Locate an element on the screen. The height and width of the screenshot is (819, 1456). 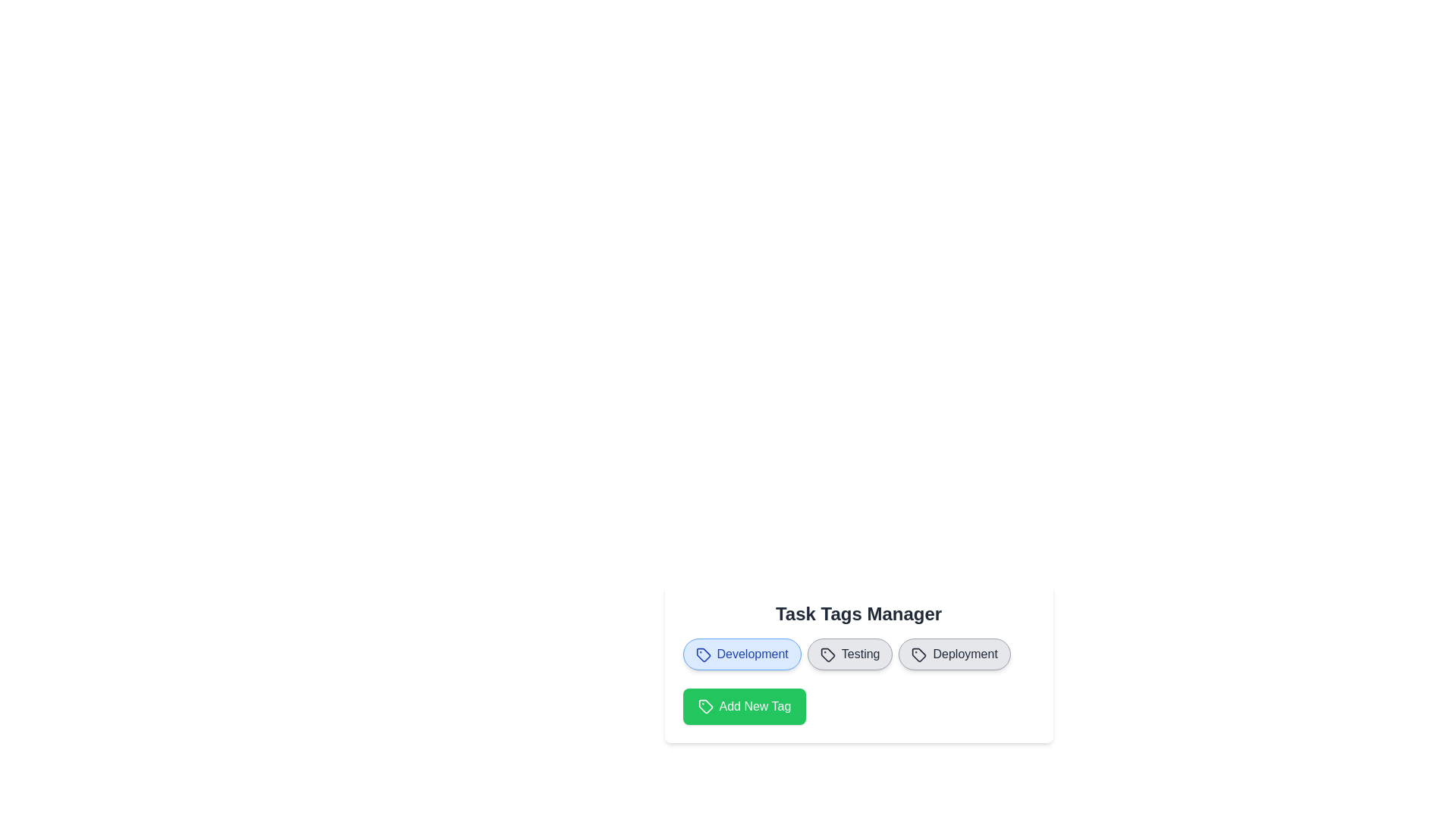
the pill-shaped button labeled 'Testing' with a gray background and price tag icon is located at coordinates (850, 654).